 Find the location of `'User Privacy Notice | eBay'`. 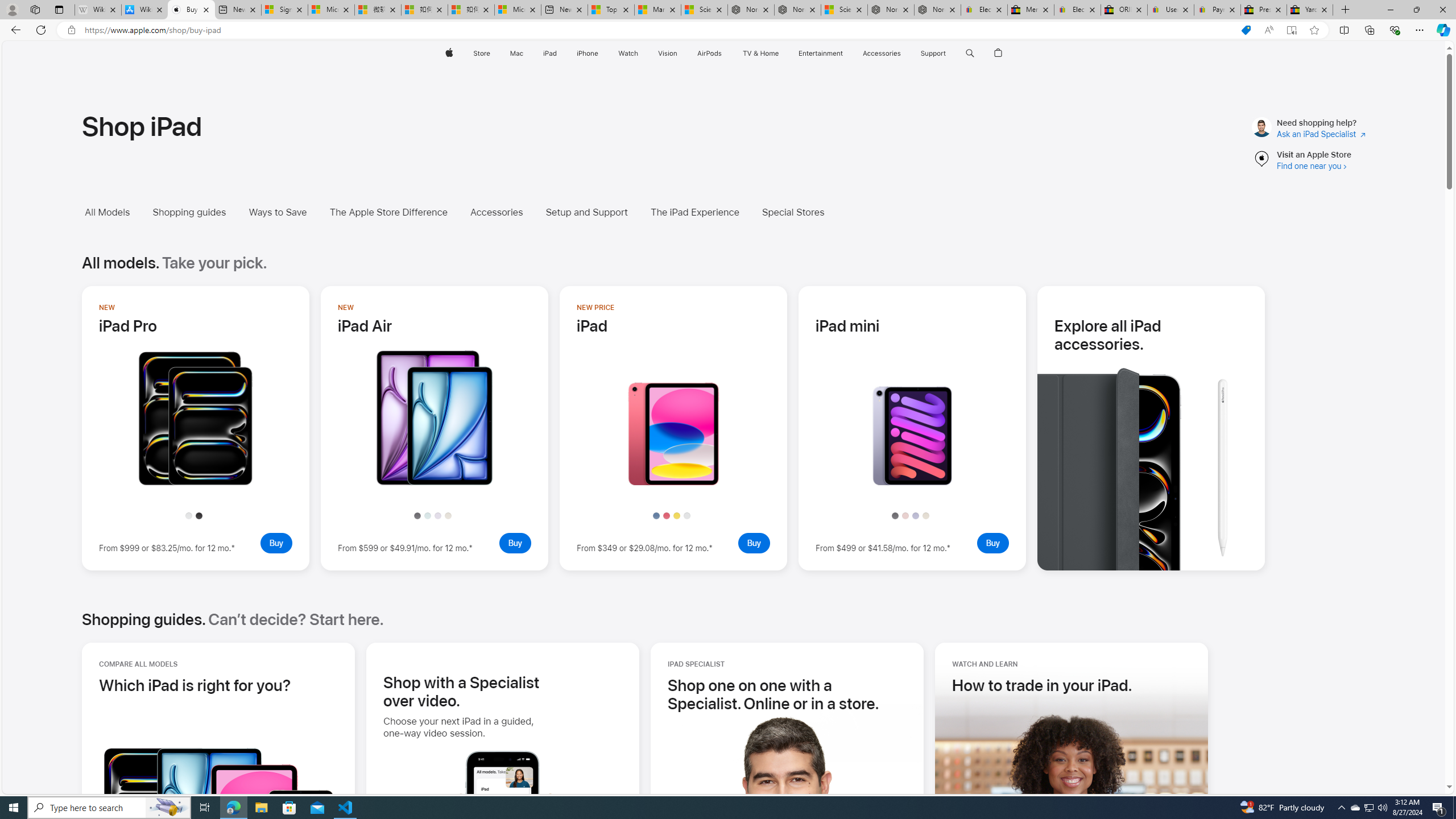

'User Privacy Notice | eBay' is located at coordinates (1170, 9).